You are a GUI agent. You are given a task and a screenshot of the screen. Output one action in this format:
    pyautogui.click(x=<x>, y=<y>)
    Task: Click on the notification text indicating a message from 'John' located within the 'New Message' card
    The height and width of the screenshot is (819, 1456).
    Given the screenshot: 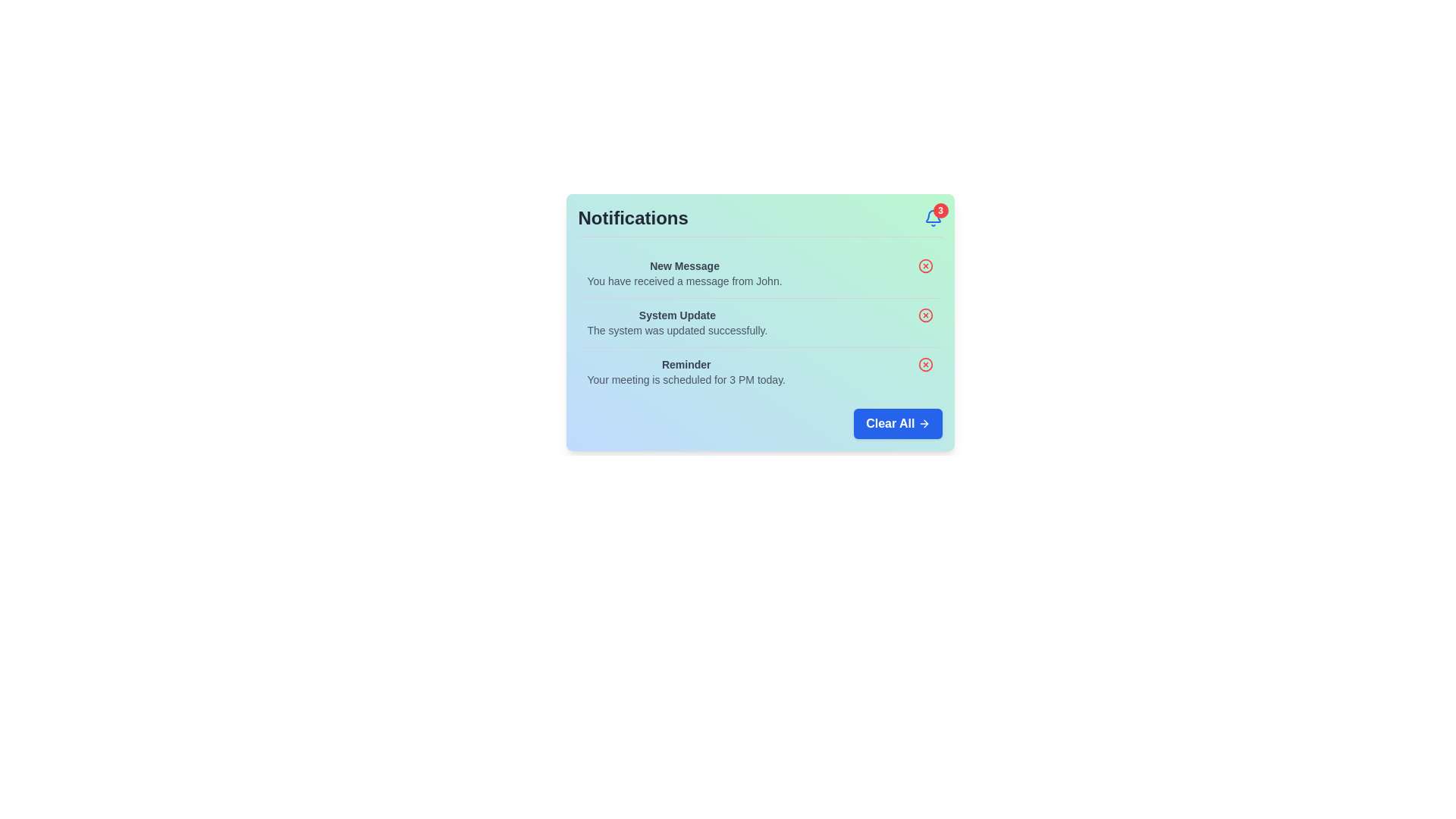 What is the action you would take?
    pyautogui.click(x=683, y=281)
    